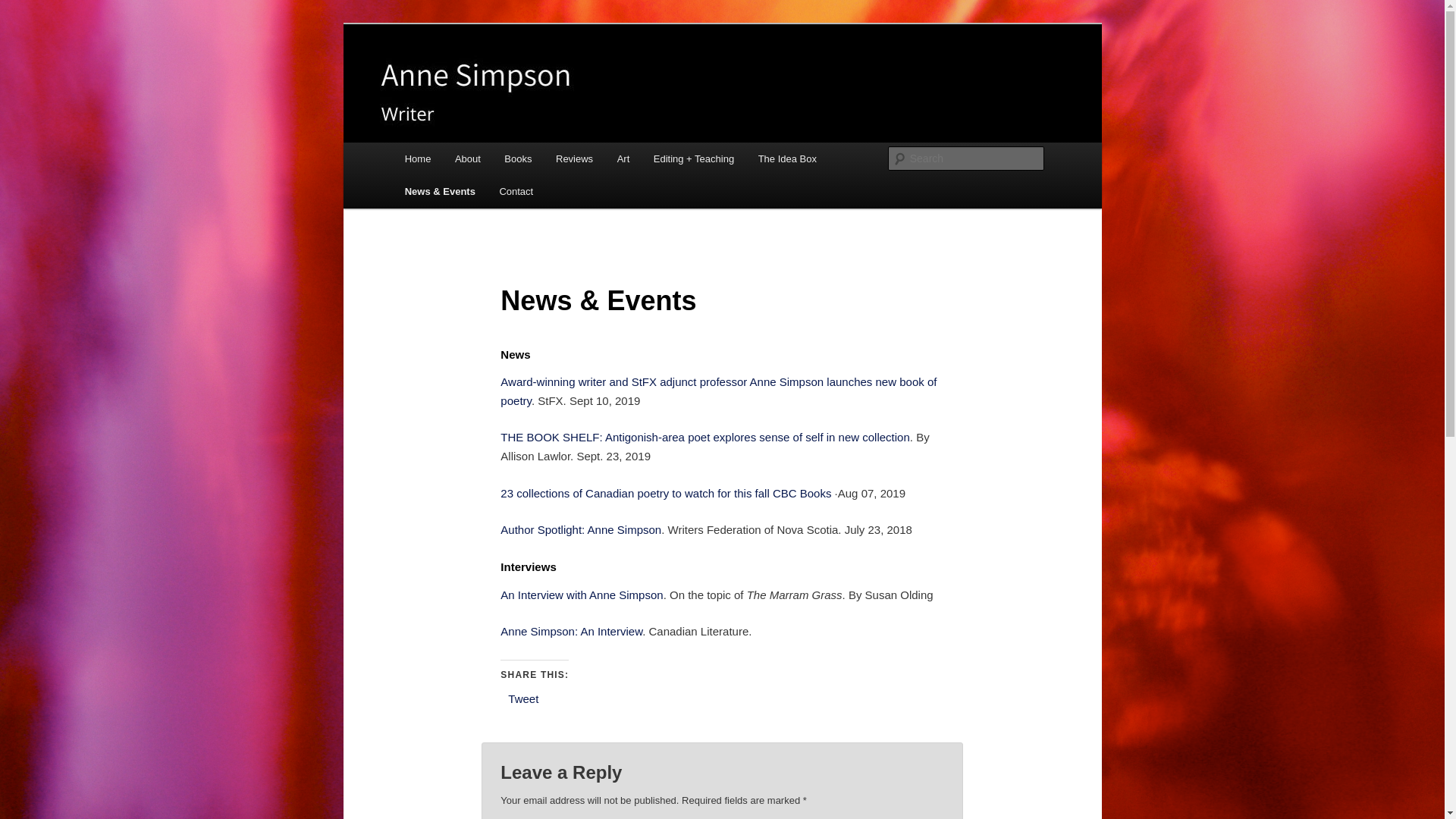 The image size is (1456, 819). What do you see at coordinates (573, 158) in the screenshot?
I see `'Reviews'` at bounding box center [573, 158].